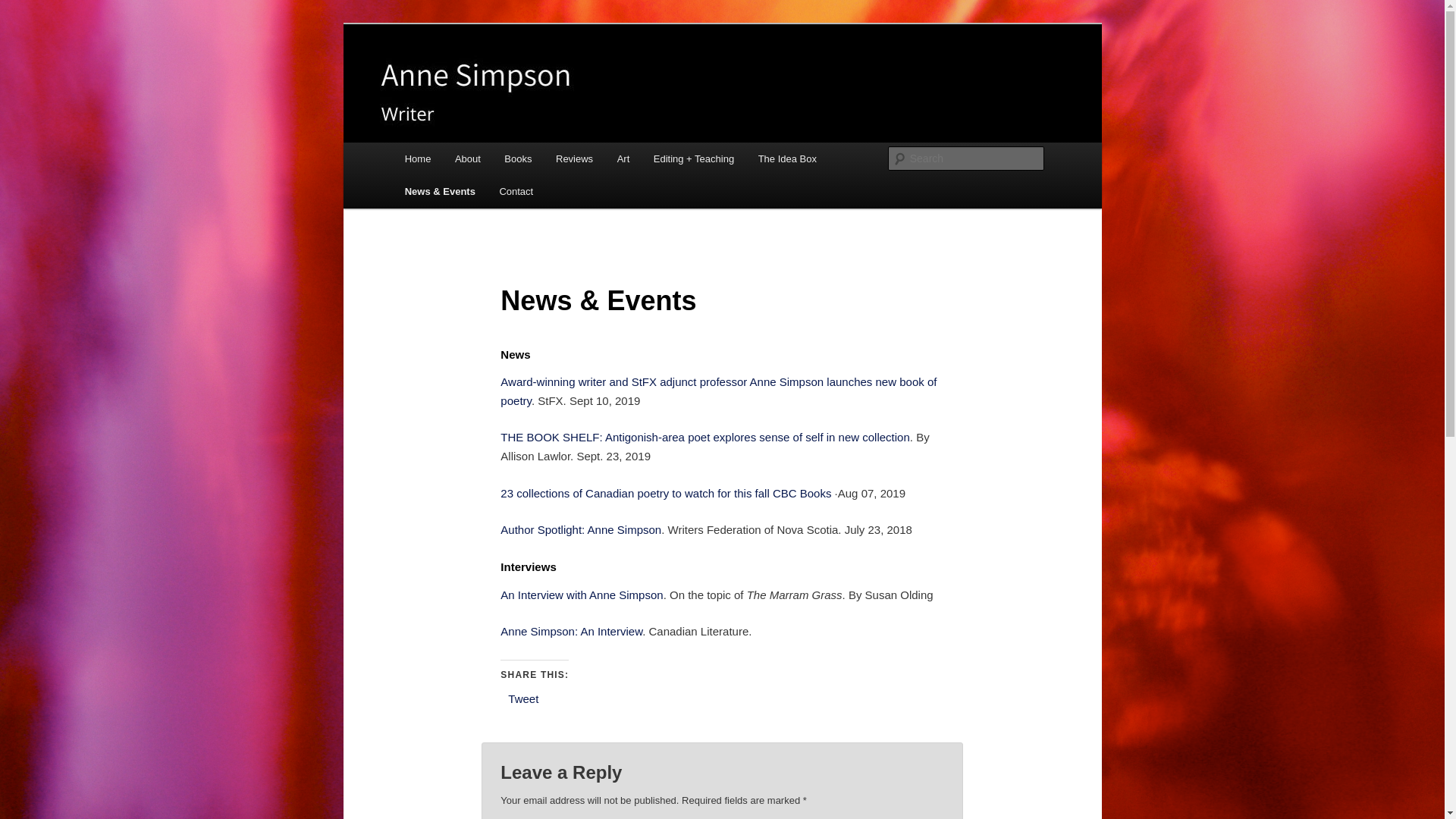 The image size is (1456, 819). What do you see at coordinates (573, 158) in the screenshot?
I see `'Reviews'` at bounding box center [573, 158].